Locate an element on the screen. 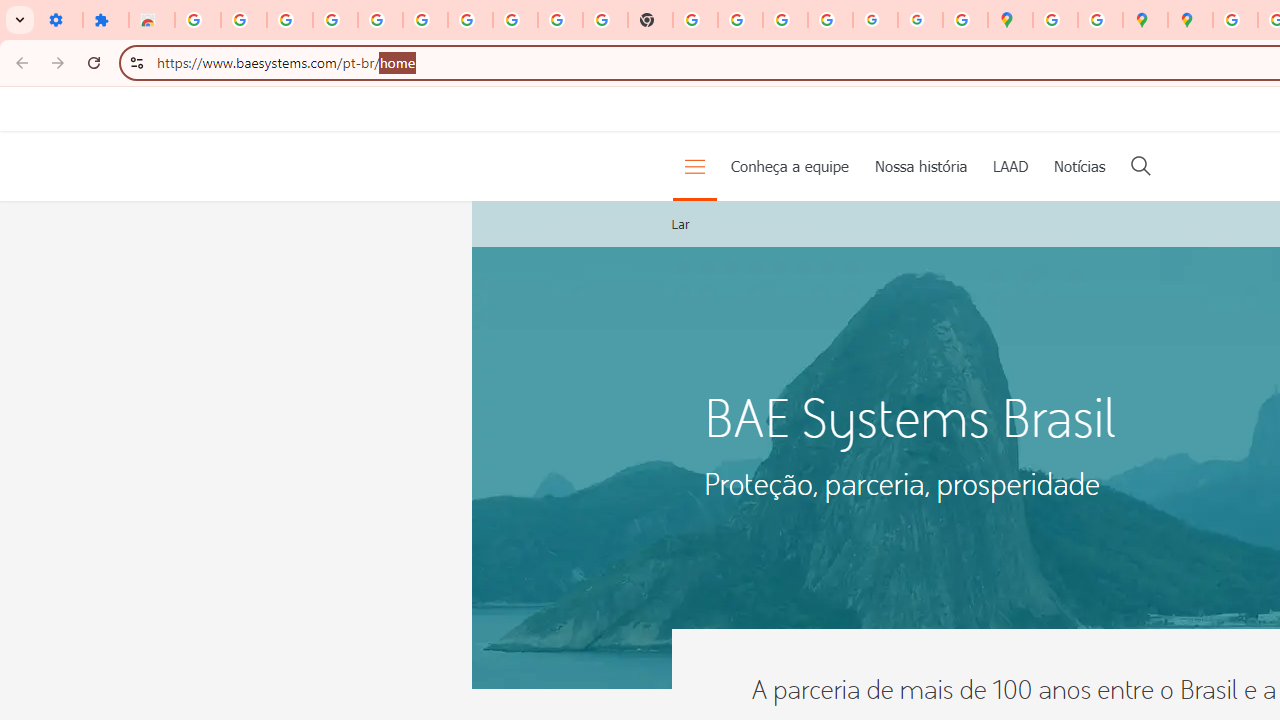 The height and width of the screenshot is (720, 1280). 'Safety in Our Products - Google Safety Center' is located at coordinates (1099, 20).